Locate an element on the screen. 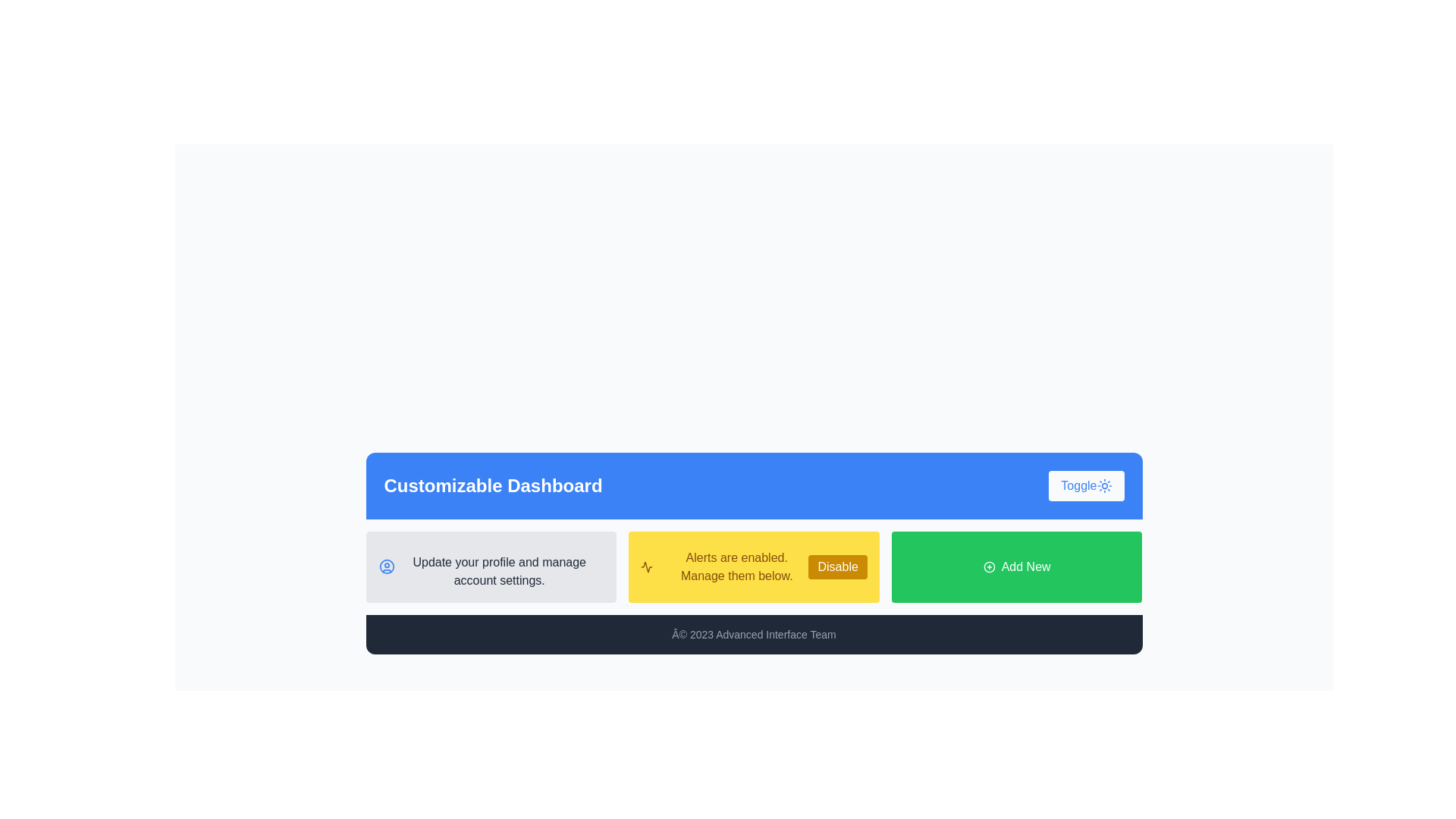 Image resolution: width=1456 pixels, height=819 pixels. the 'Add New' button which contains a solid circle representing the primary part of the button icon, visually positioned centrally within the button's bounds is located at coordinates (989, 567).